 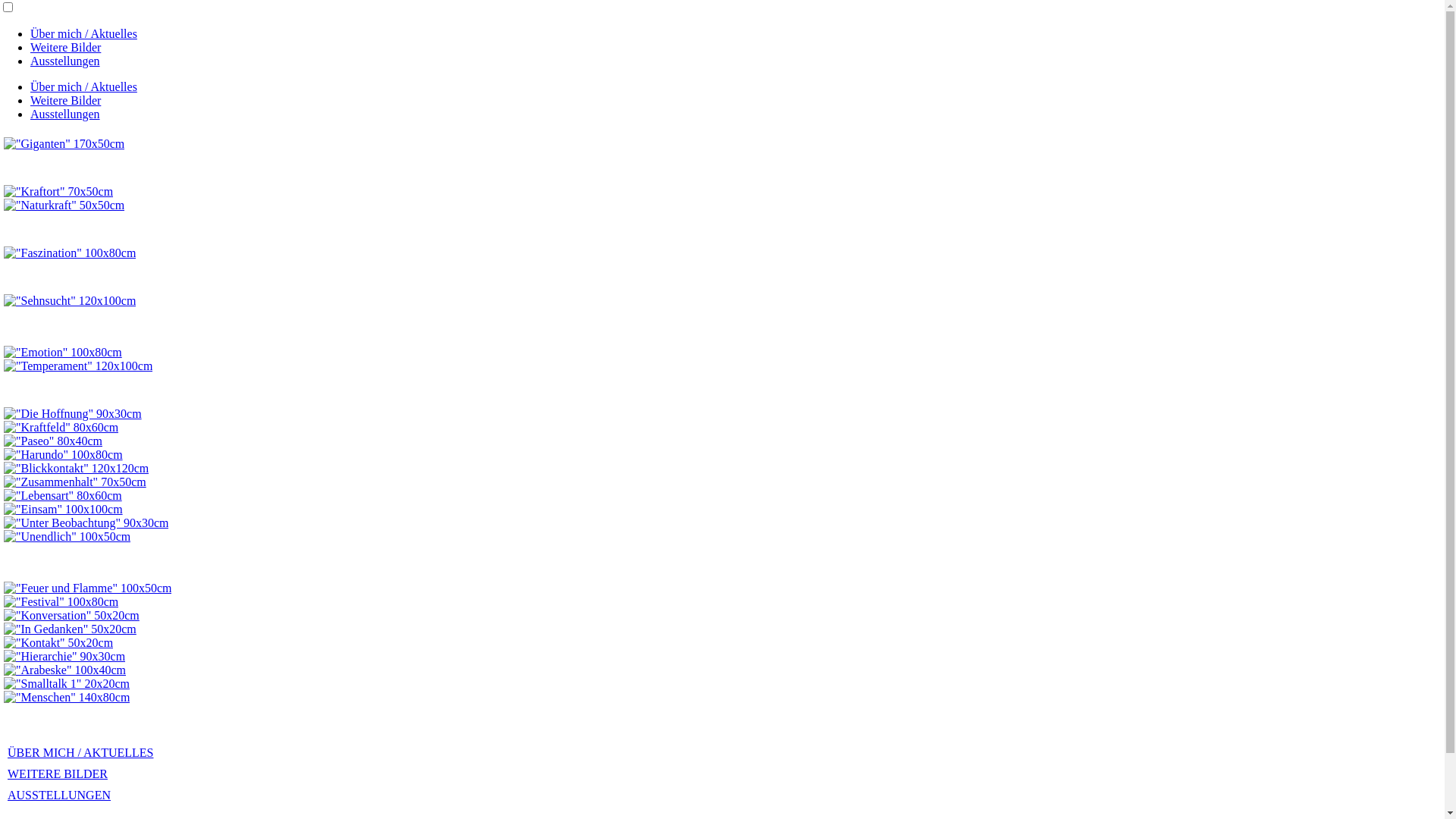 I want to click on 'Weitere Bilder', so click(x=30, y=100).